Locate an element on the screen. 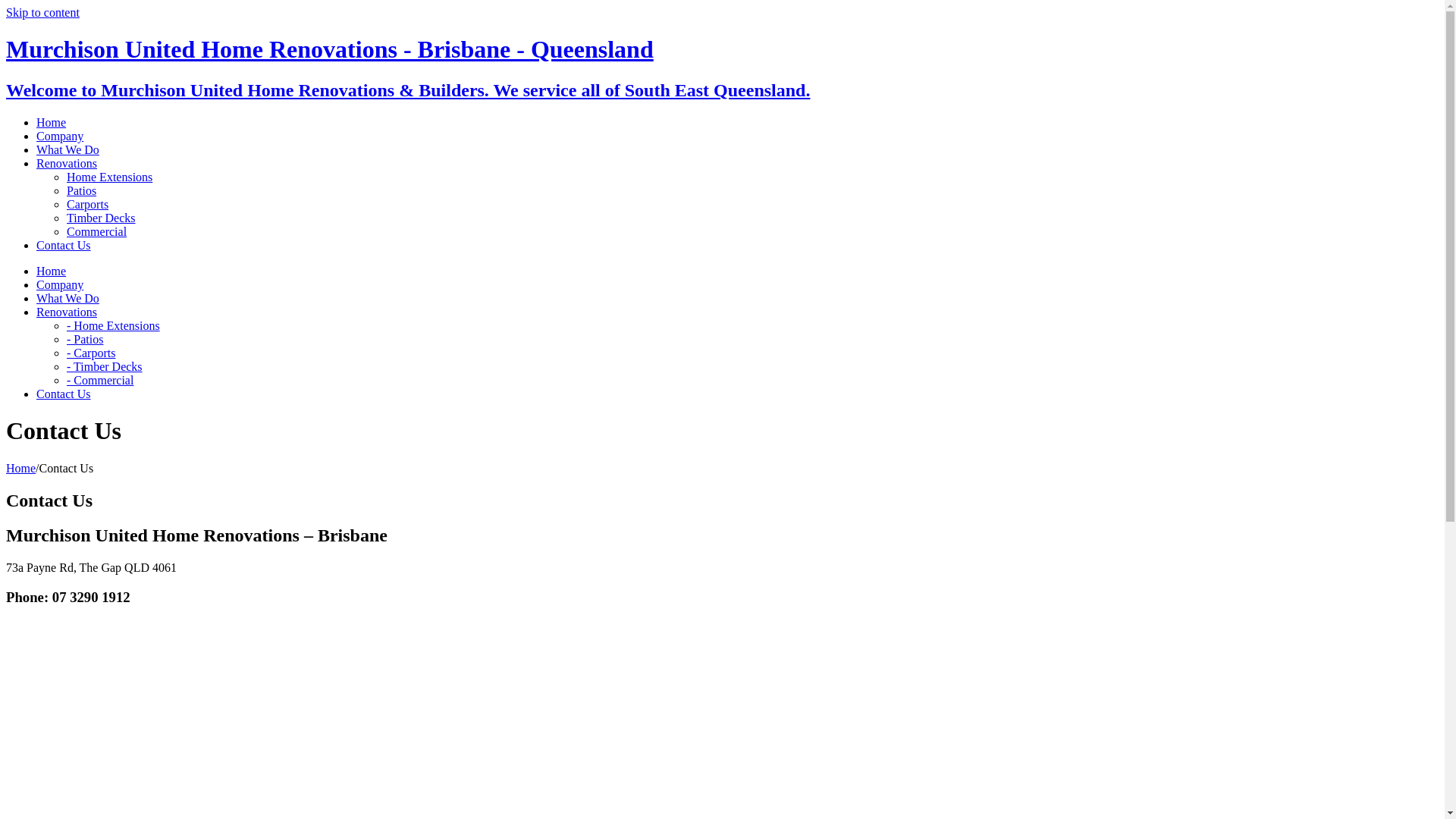  'Skip to content' is located at coordinates (6, 12).